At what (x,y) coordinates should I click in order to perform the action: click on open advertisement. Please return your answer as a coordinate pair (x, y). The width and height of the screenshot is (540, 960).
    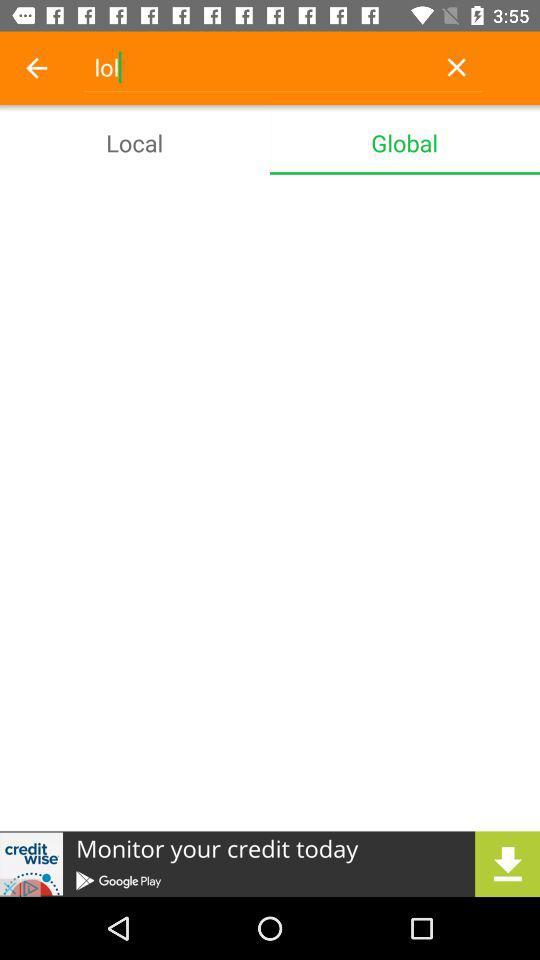
    Looking at the image, I should click on (270, 863).